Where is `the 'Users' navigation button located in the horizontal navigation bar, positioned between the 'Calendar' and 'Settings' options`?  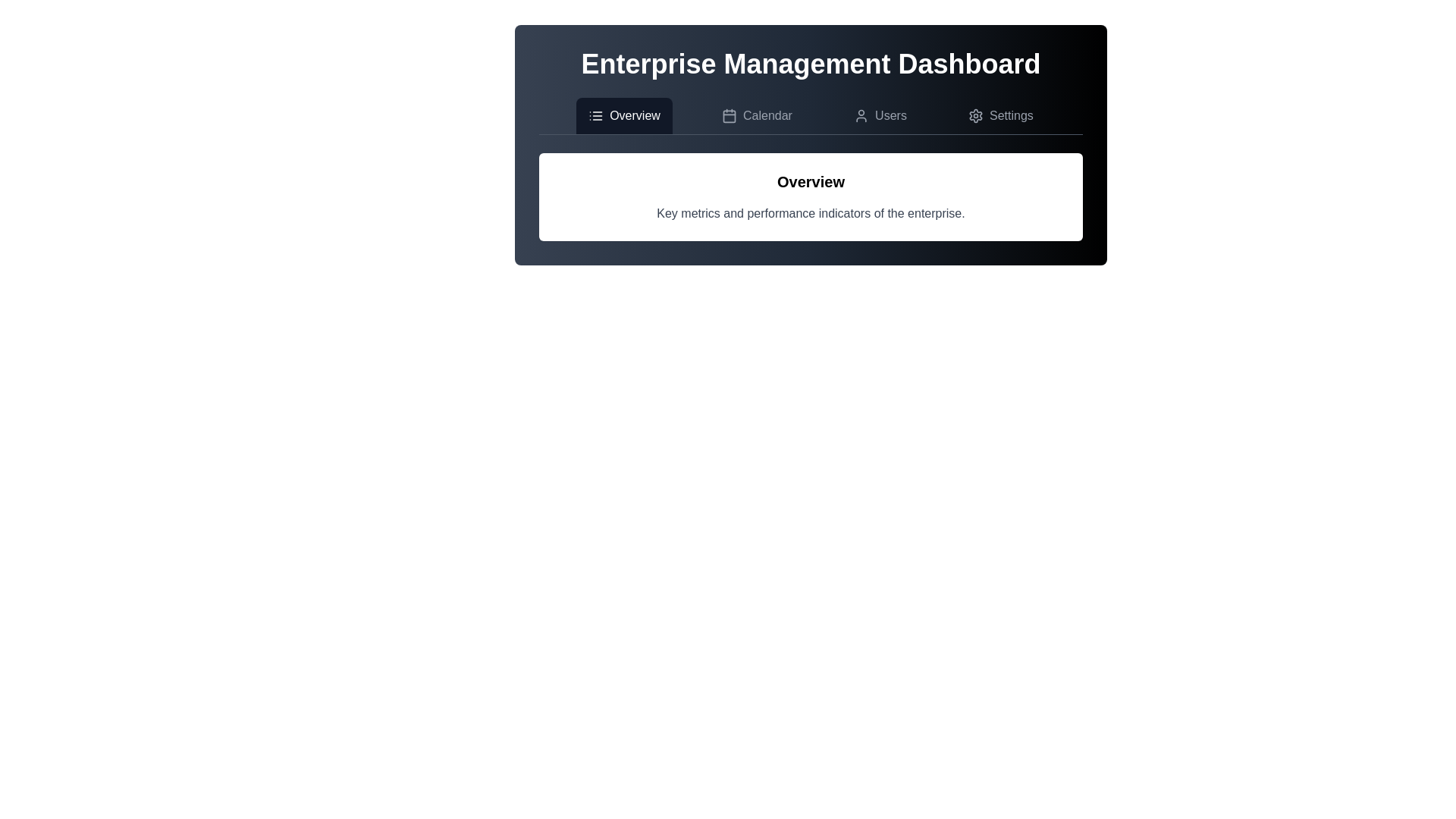
the 'Users' navigation button located in the horizontal navigation bar, positioned between the 'Calendar' and 'Settings' options is located at coordinates (880, 115).